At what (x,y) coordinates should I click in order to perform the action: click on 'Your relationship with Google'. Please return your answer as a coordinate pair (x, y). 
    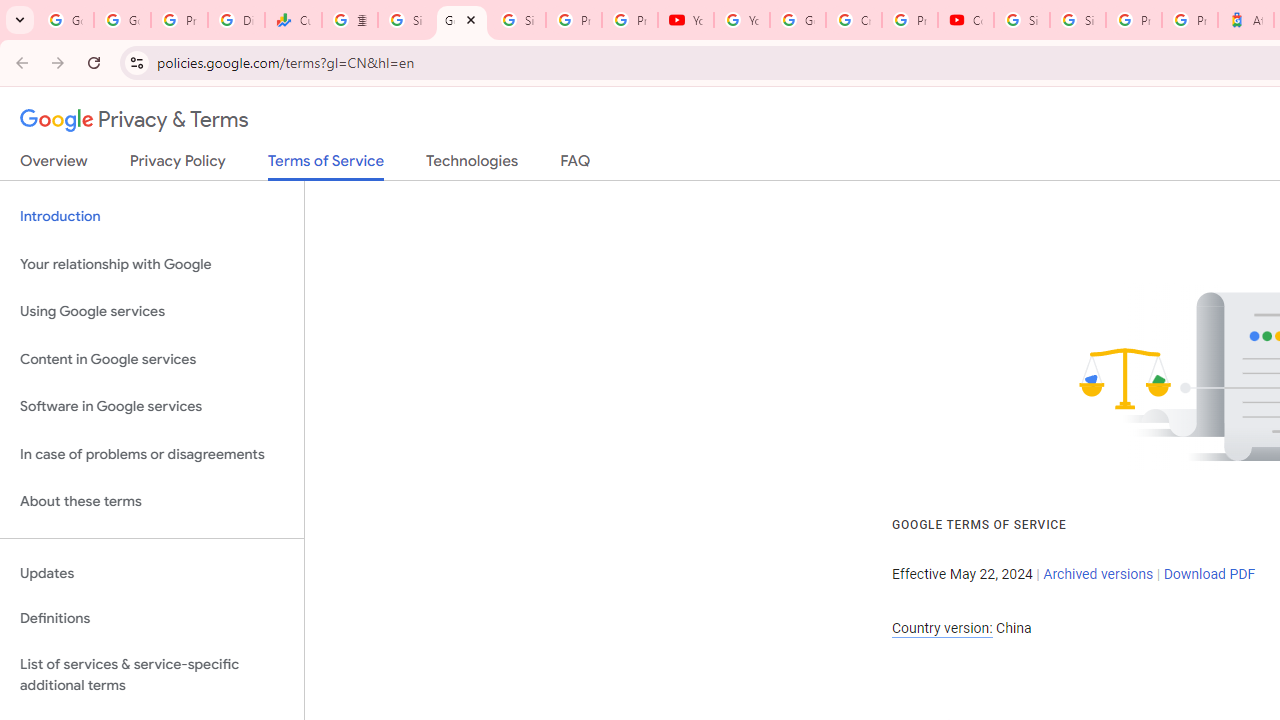
    Looking at the image, I should click on (151, 263).